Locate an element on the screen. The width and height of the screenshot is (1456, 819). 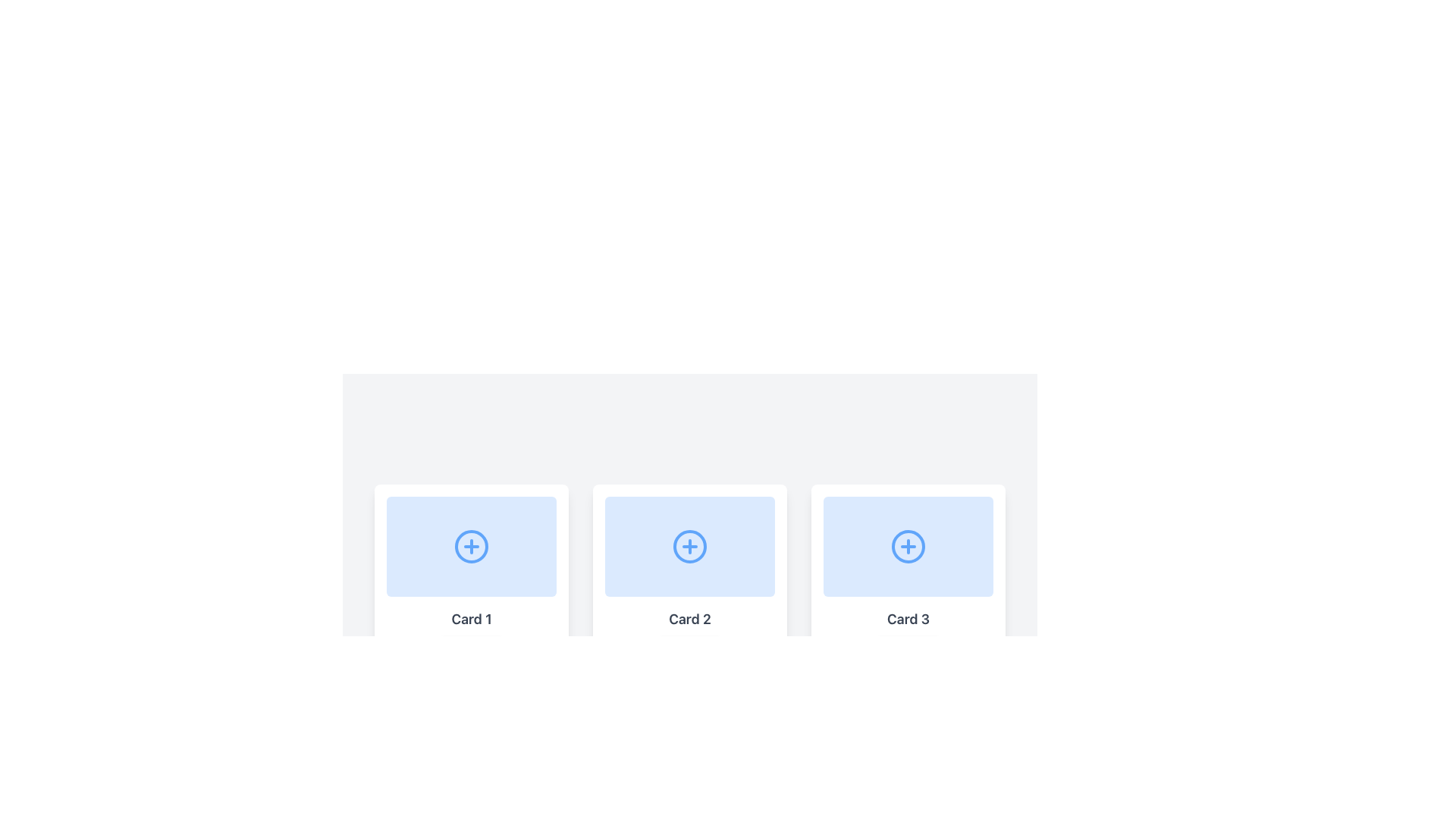
the text label displaying 'Card 3', which is styled with a large, bold font in dark gray, located in the third card of a grid layout is located at coordinates (908, 620).